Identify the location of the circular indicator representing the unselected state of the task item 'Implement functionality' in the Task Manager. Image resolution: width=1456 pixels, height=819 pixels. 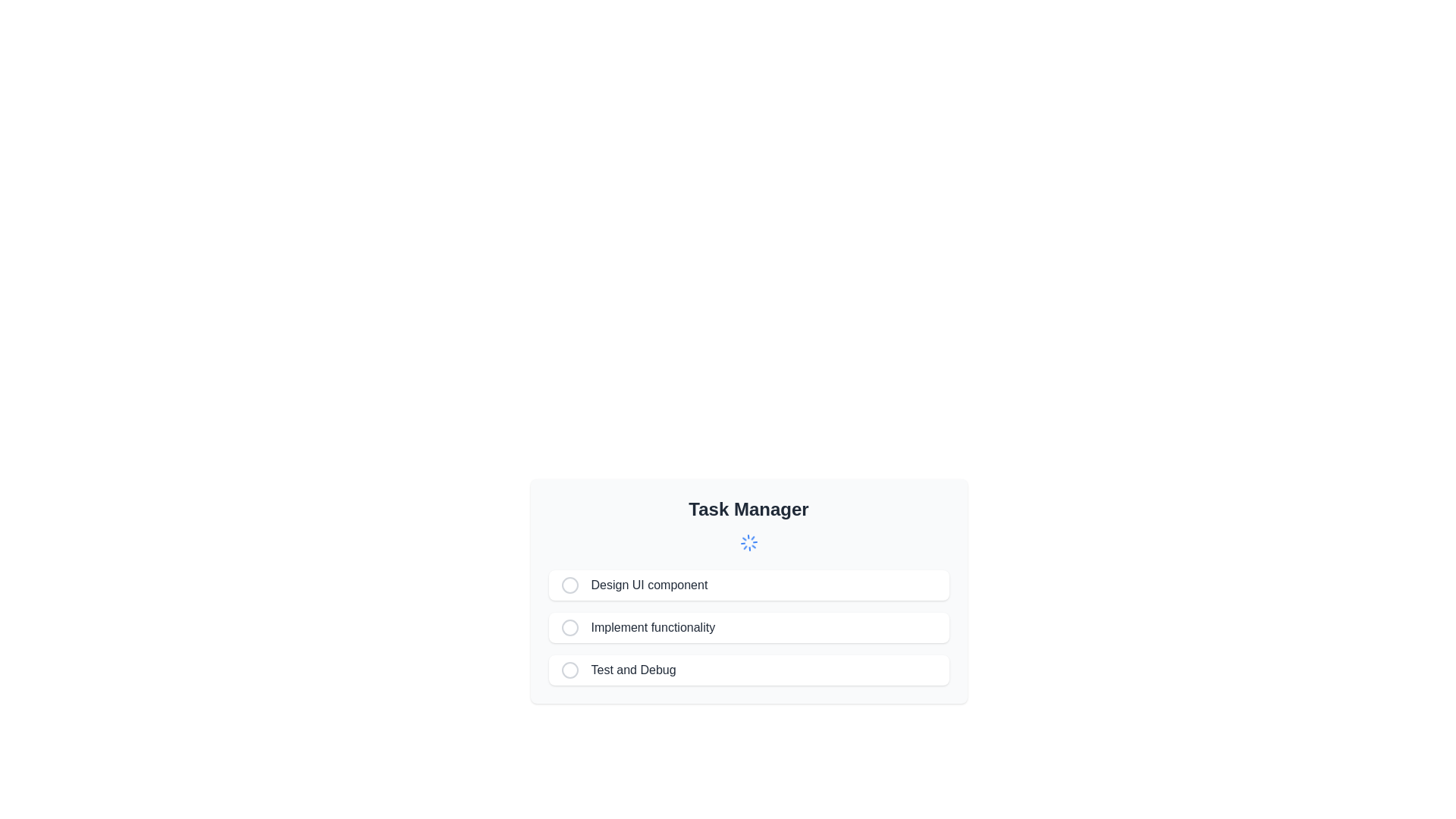
(569, 628).